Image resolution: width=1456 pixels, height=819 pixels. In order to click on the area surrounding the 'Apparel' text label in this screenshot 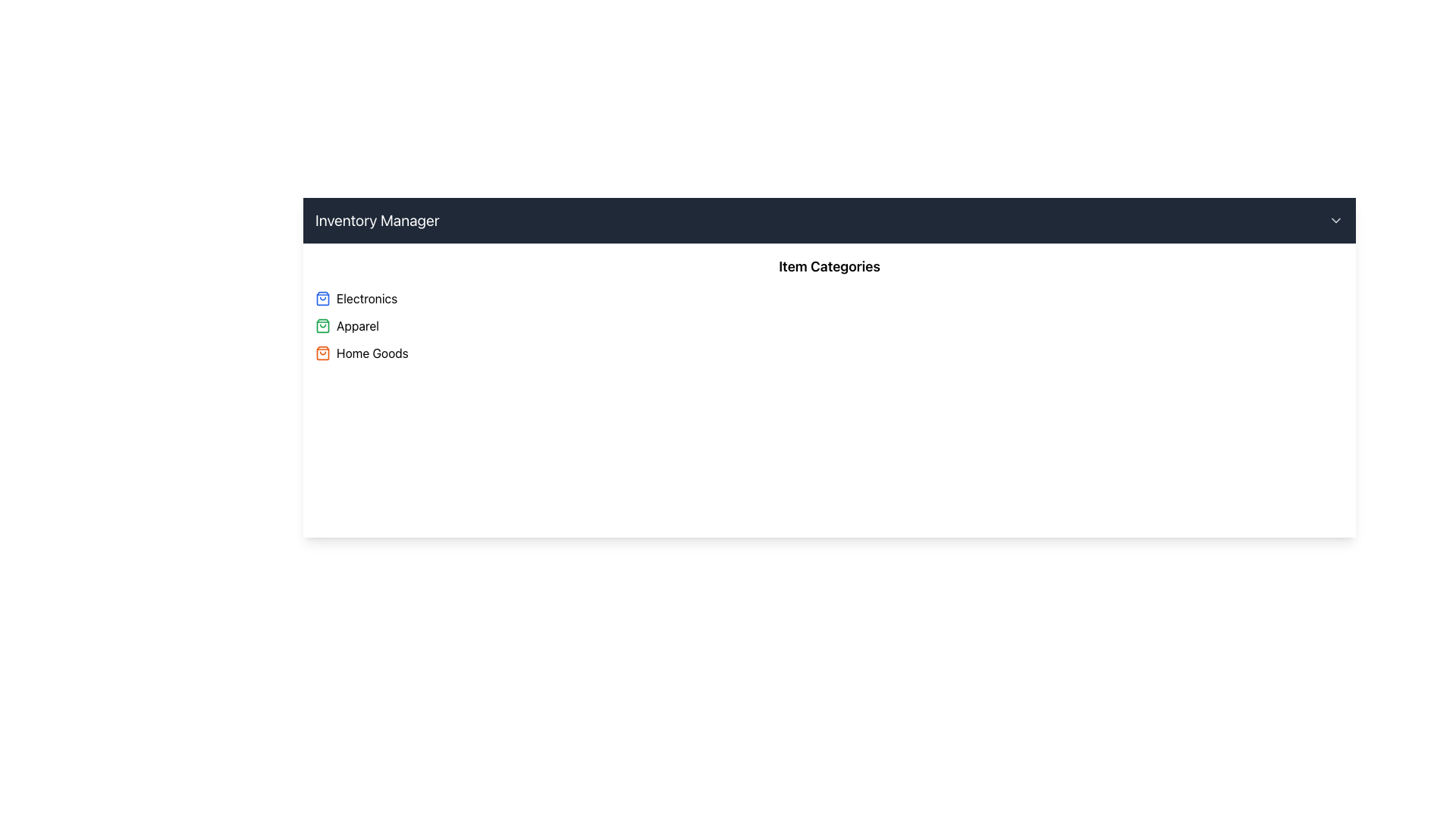, I will do `click(356, 325)`.